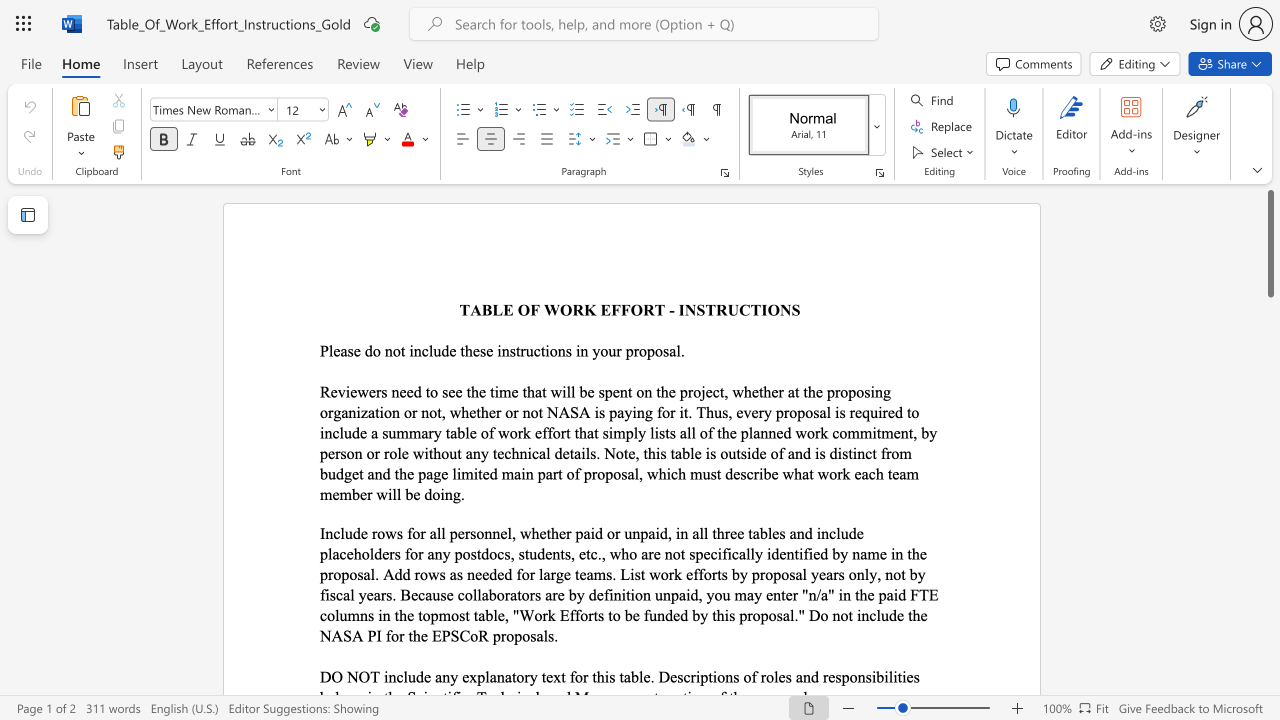 The width and height of the screenshot is (1280, 720). Describe the element at coordinates (1269, 678) in the screenshot. I see `the scrollbar to move the page down` at that location.